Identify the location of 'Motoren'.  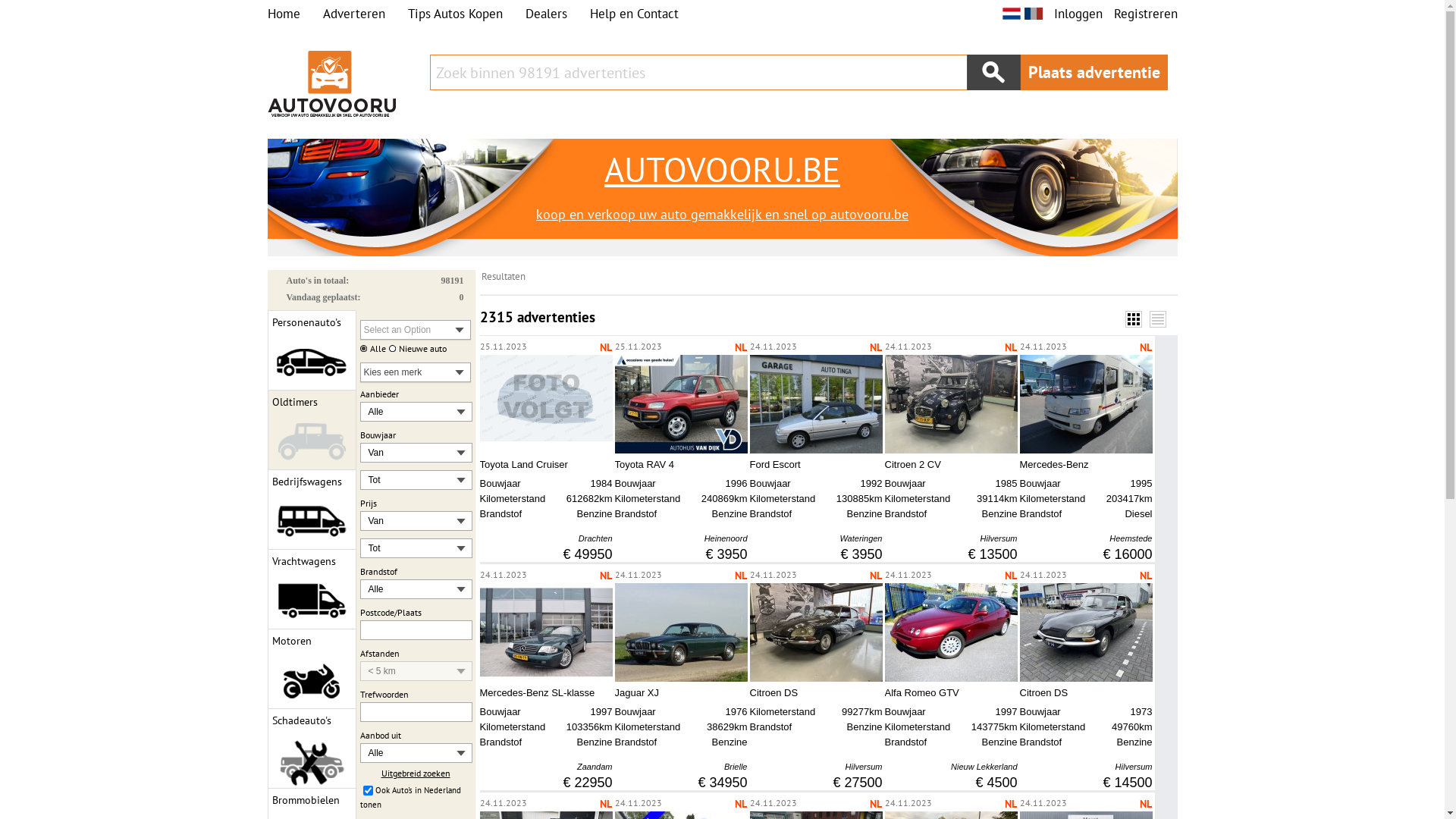
(310, 668).